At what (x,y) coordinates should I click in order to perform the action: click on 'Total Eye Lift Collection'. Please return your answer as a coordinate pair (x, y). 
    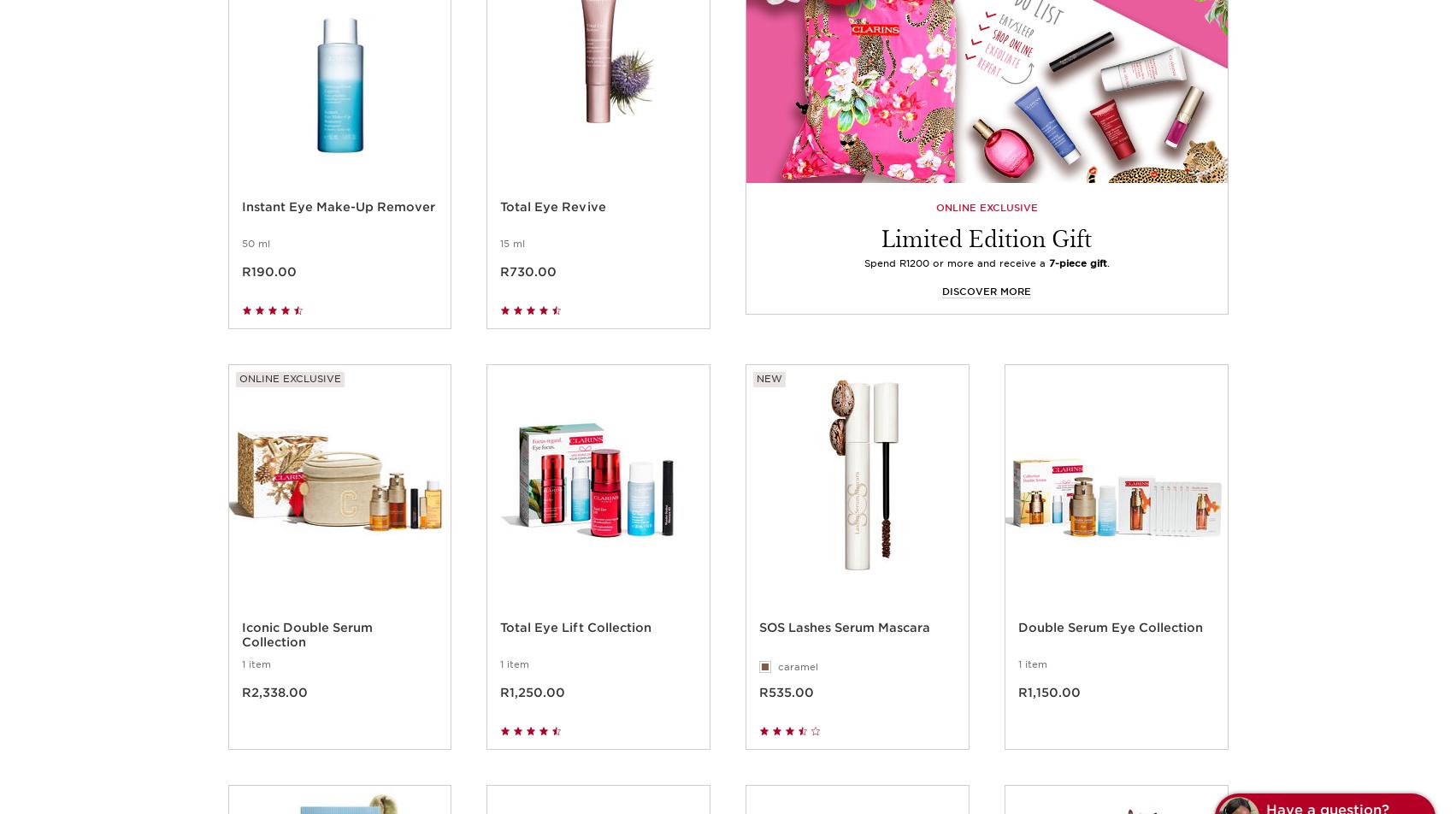
    Looking at the image, I should click on (575, 646).